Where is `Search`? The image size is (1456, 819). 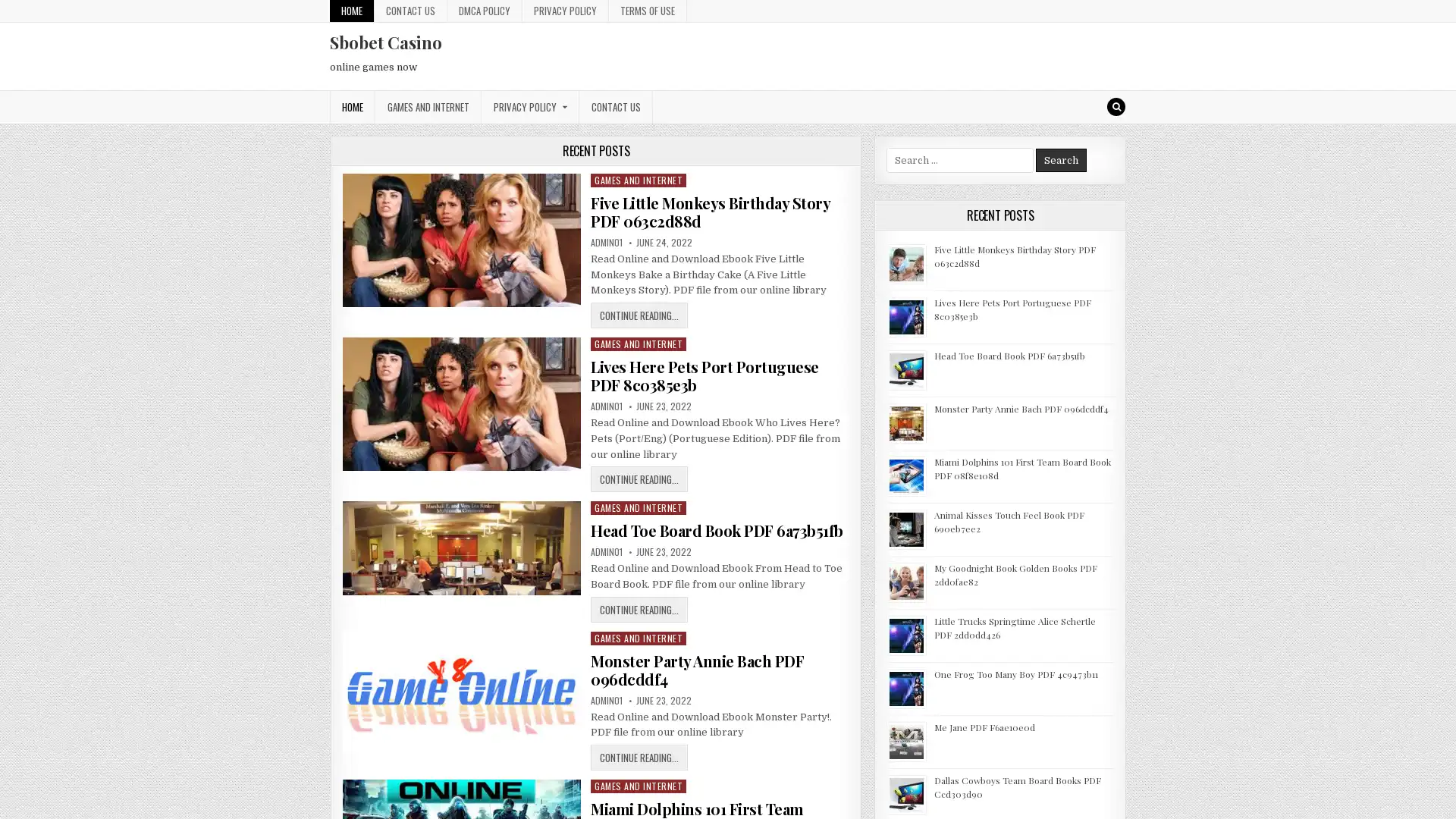
Search is located at coordinates (1060, 160).